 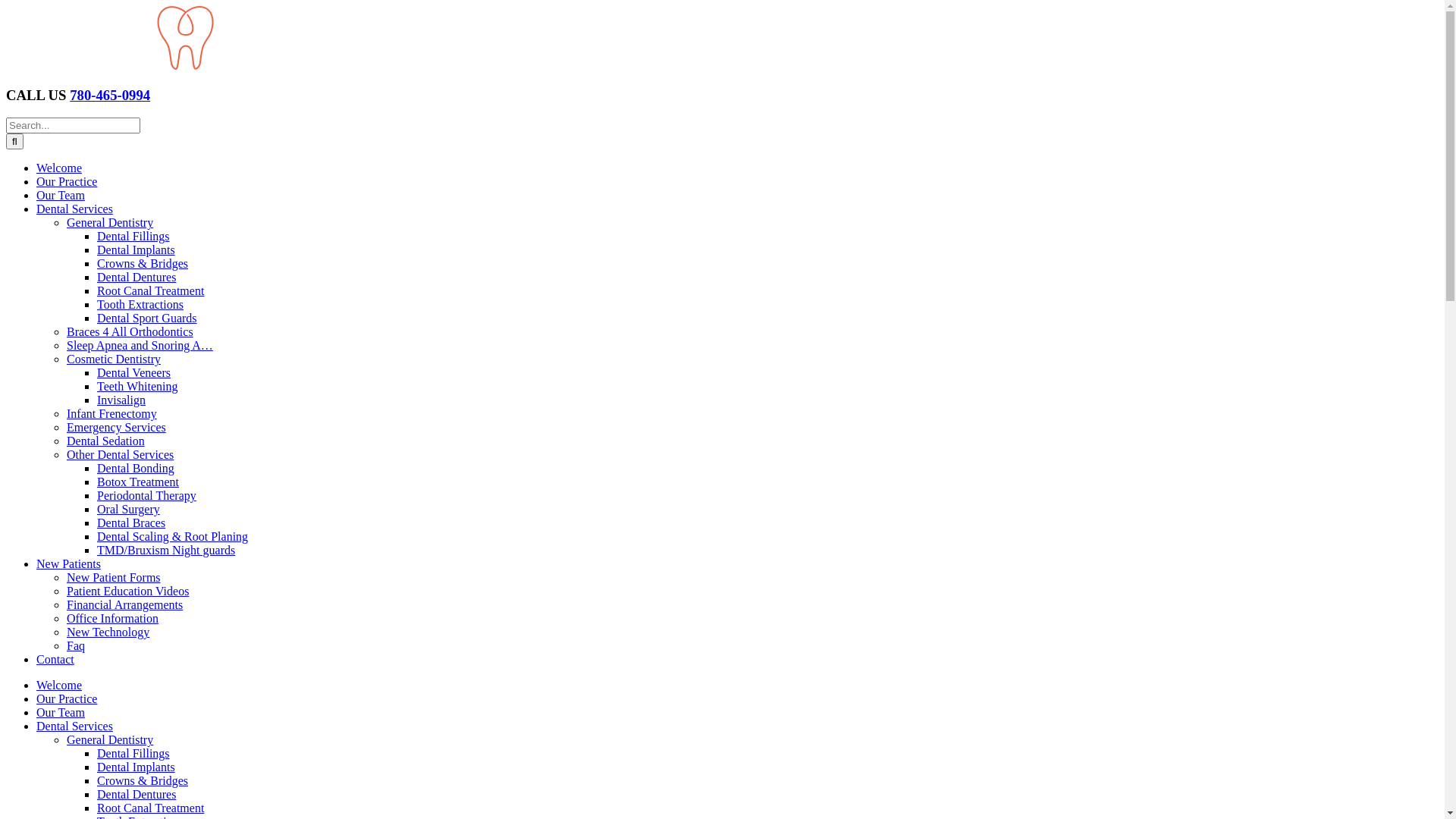 I want to click on 'Root Canal Treatment', so click(x=96, y=290).